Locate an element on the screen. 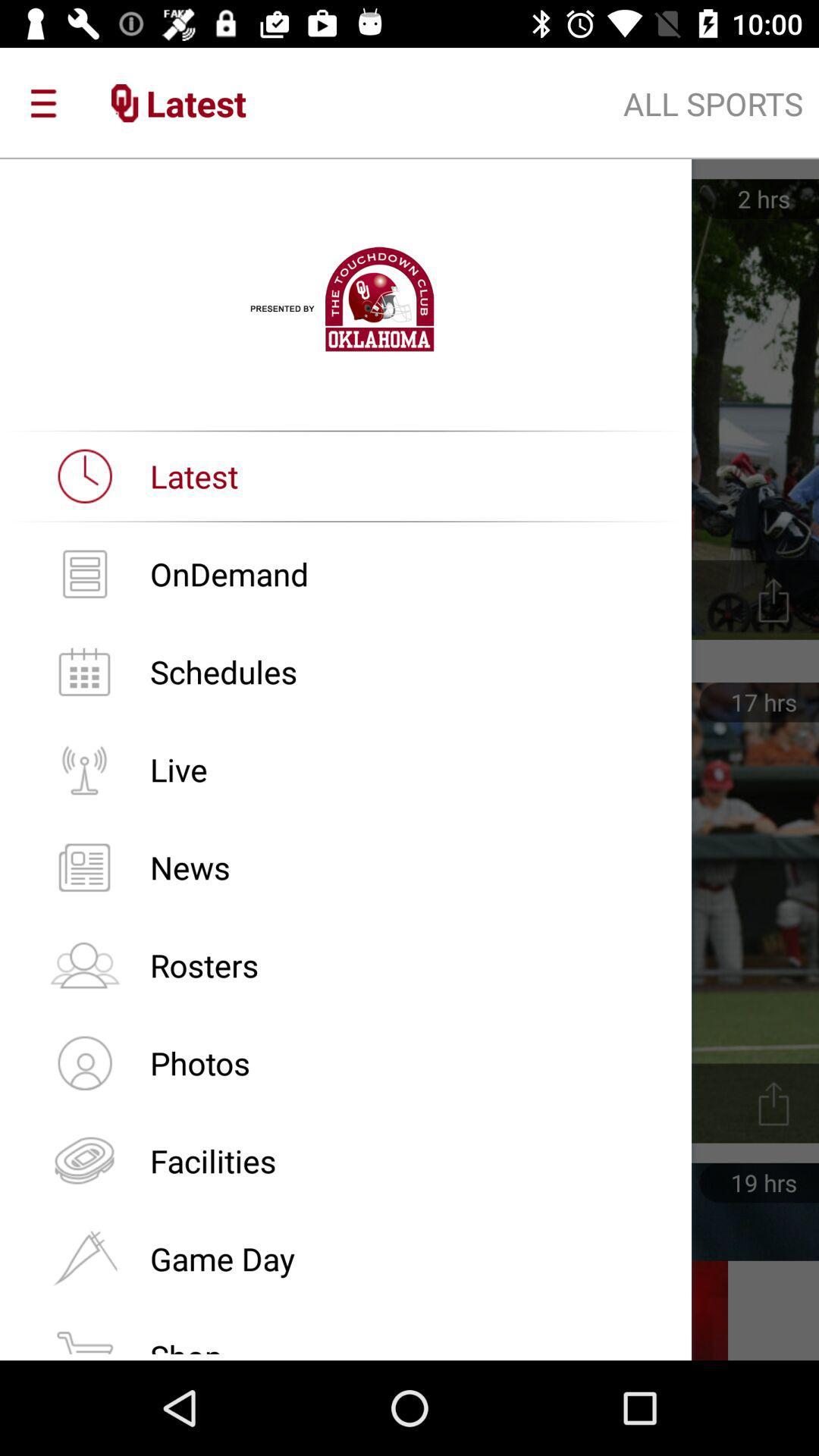 The height and width of the screenshot is (1456, 819). the first icon below the latest is located at coordinates (84, 573).